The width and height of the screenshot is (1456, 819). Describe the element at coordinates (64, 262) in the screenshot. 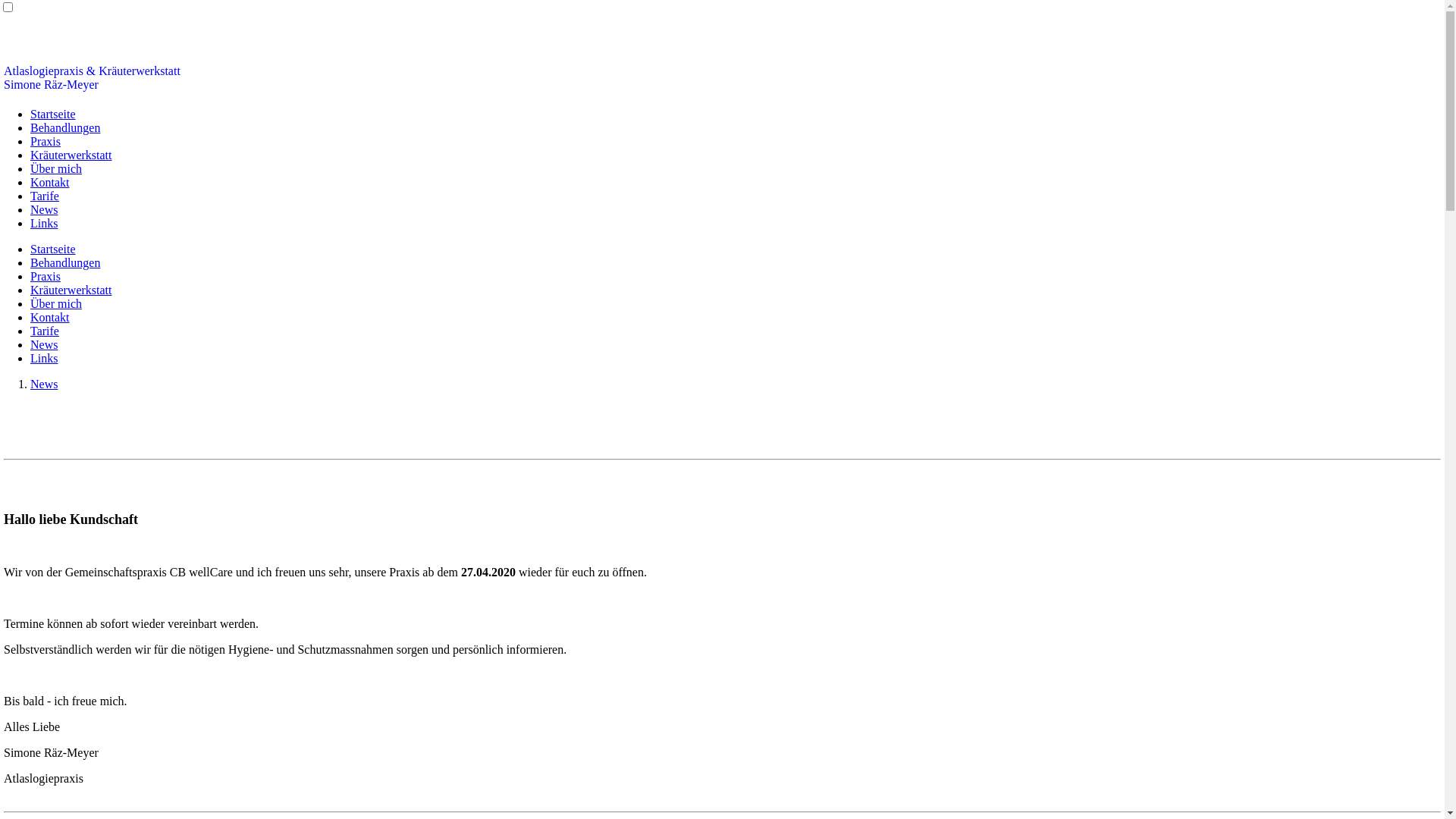

I see `'Behandlungen'` at that location.